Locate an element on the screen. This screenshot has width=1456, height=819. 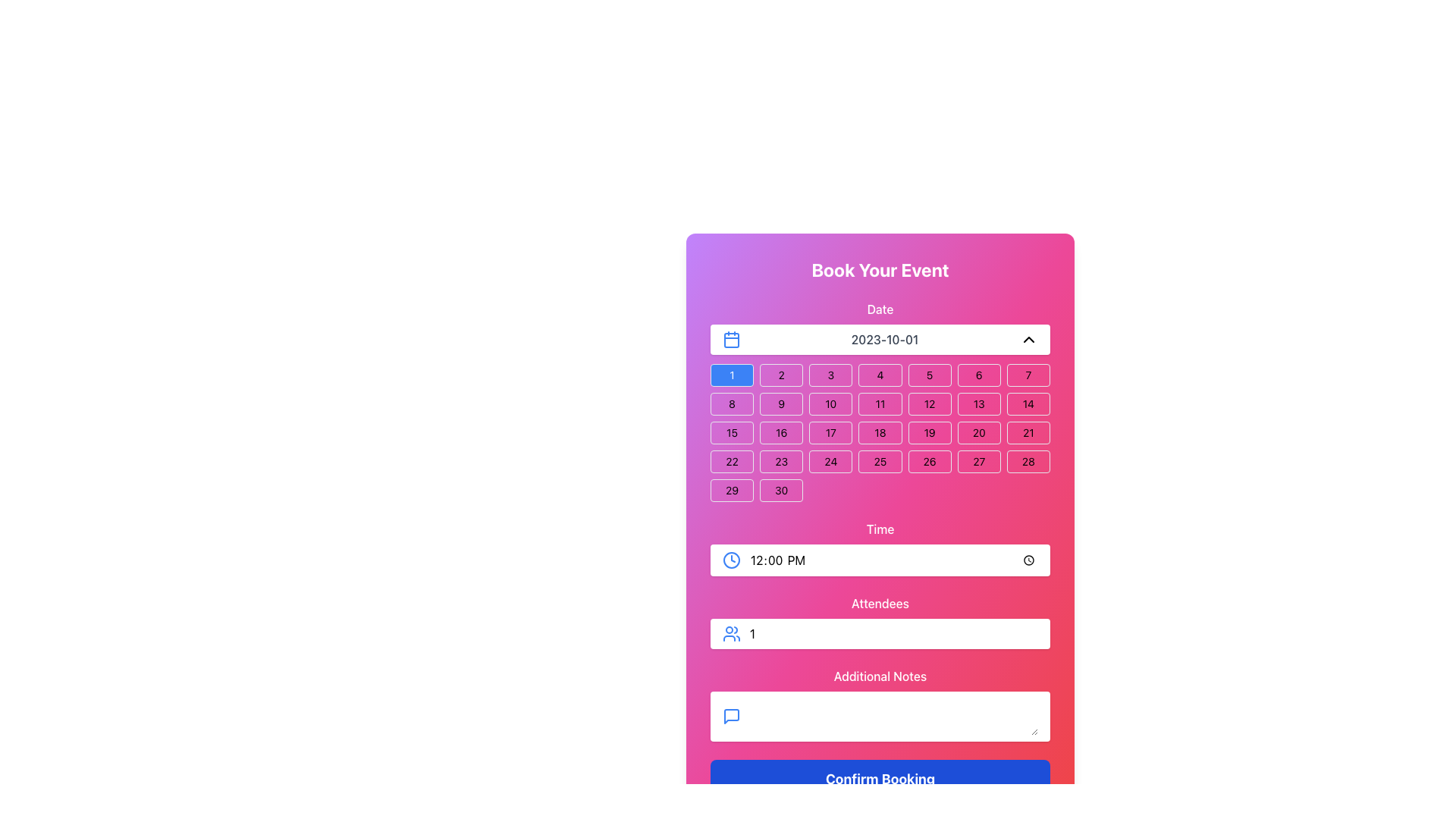
the button representing the day '10' is located at coordinates (830, 403).